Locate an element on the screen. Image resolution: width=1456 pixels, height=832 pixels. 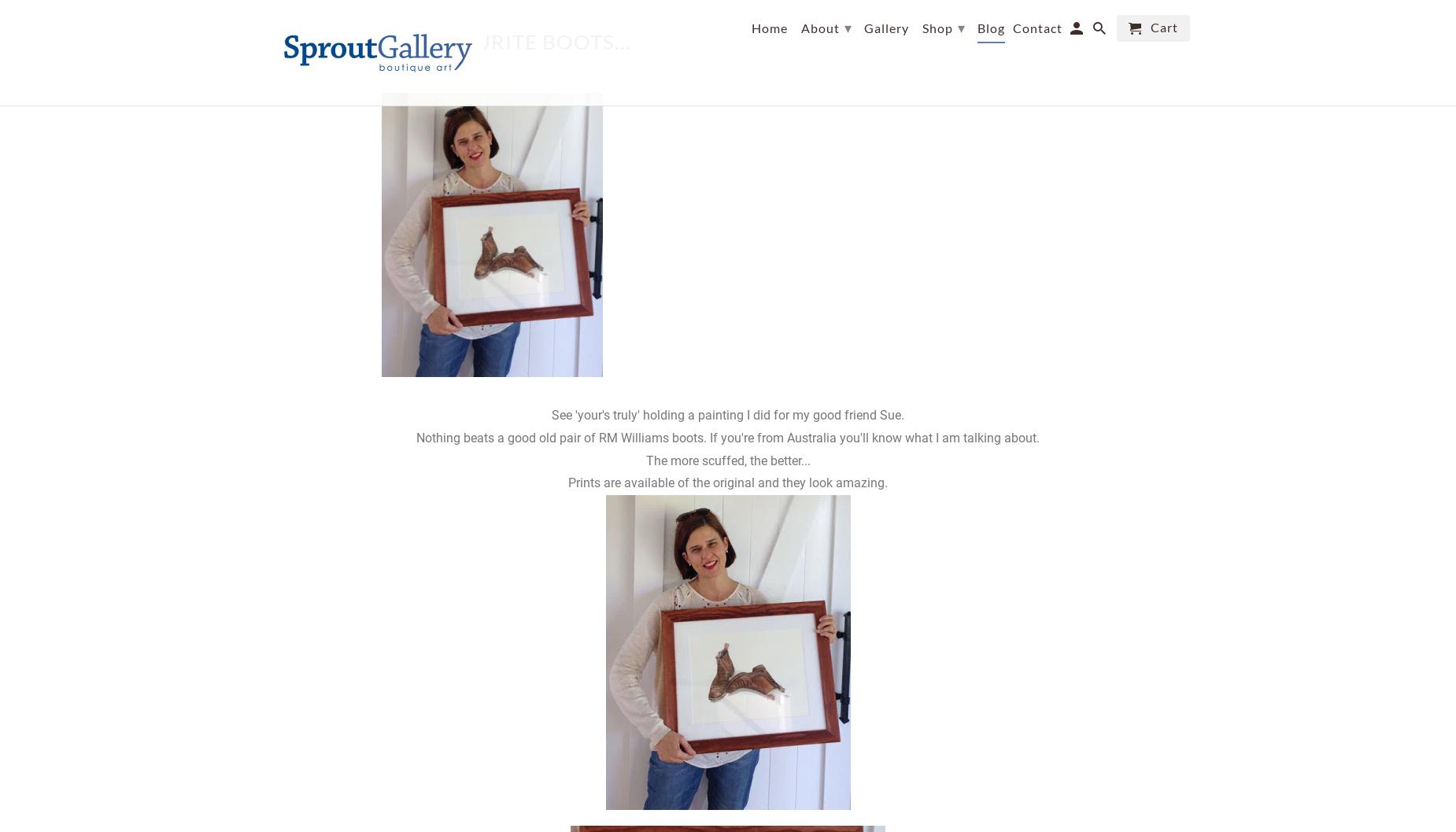
'Shop' is located at coordinates (937, 28).